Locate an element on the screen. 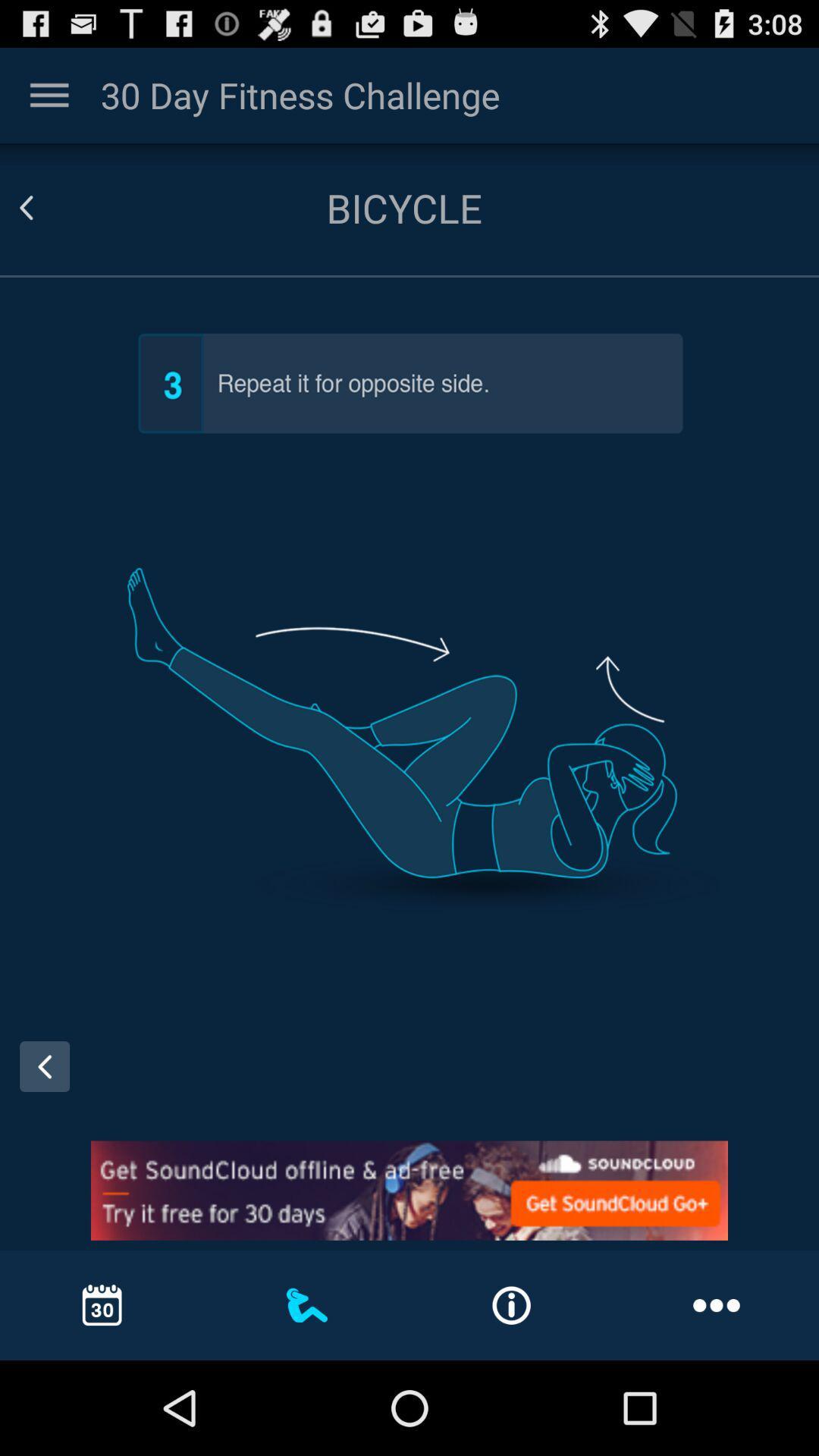 The width and height of the screenshot is (819, 1456). the arrow_backward icon is located at coordinates (44, 1141).